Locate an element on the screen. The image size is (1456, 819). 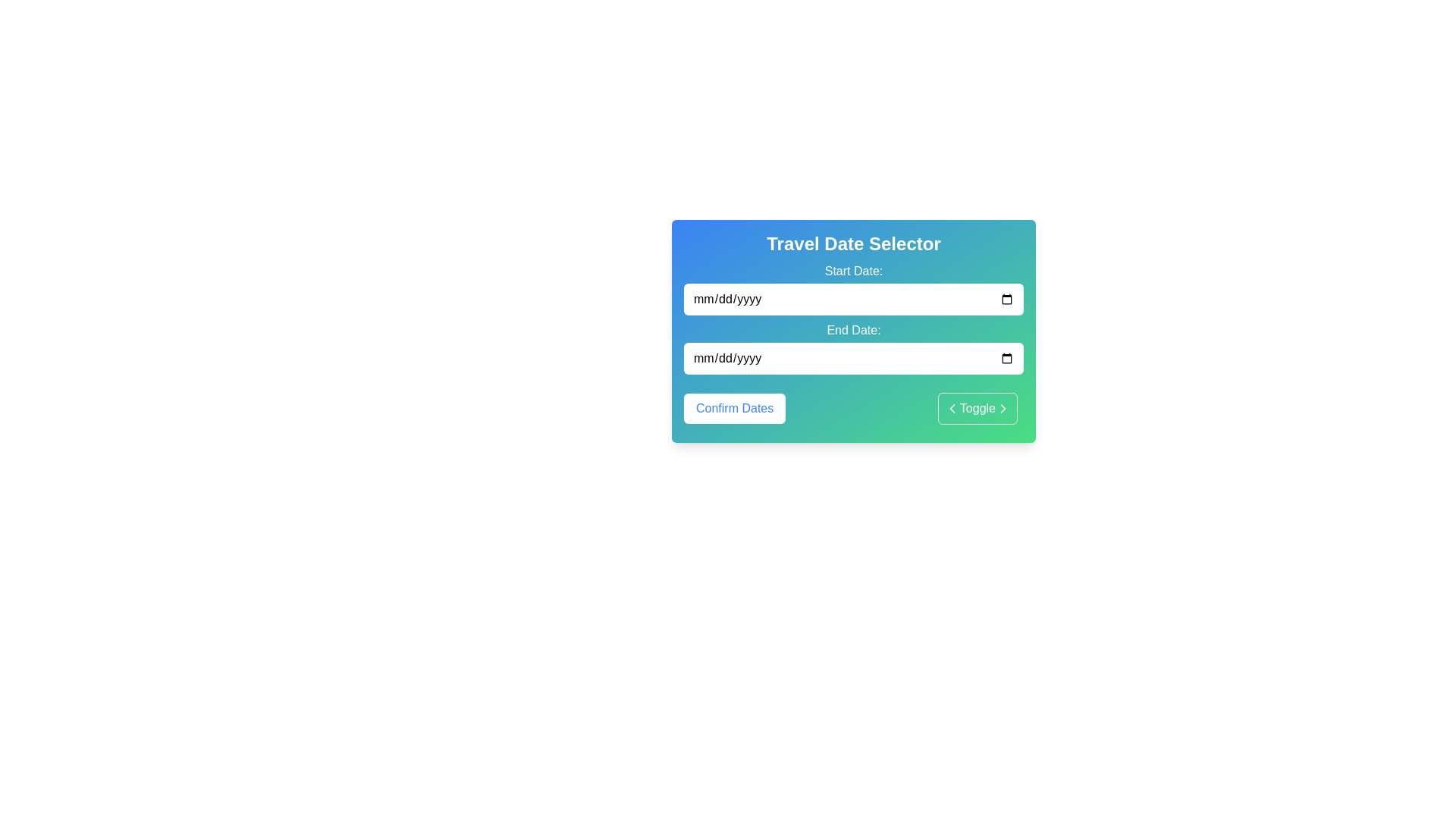
the Toggle button located in the bottom-right portion of the panel, adjacent to the 'Confirm Dates' button is located at coordinates (977, 408).